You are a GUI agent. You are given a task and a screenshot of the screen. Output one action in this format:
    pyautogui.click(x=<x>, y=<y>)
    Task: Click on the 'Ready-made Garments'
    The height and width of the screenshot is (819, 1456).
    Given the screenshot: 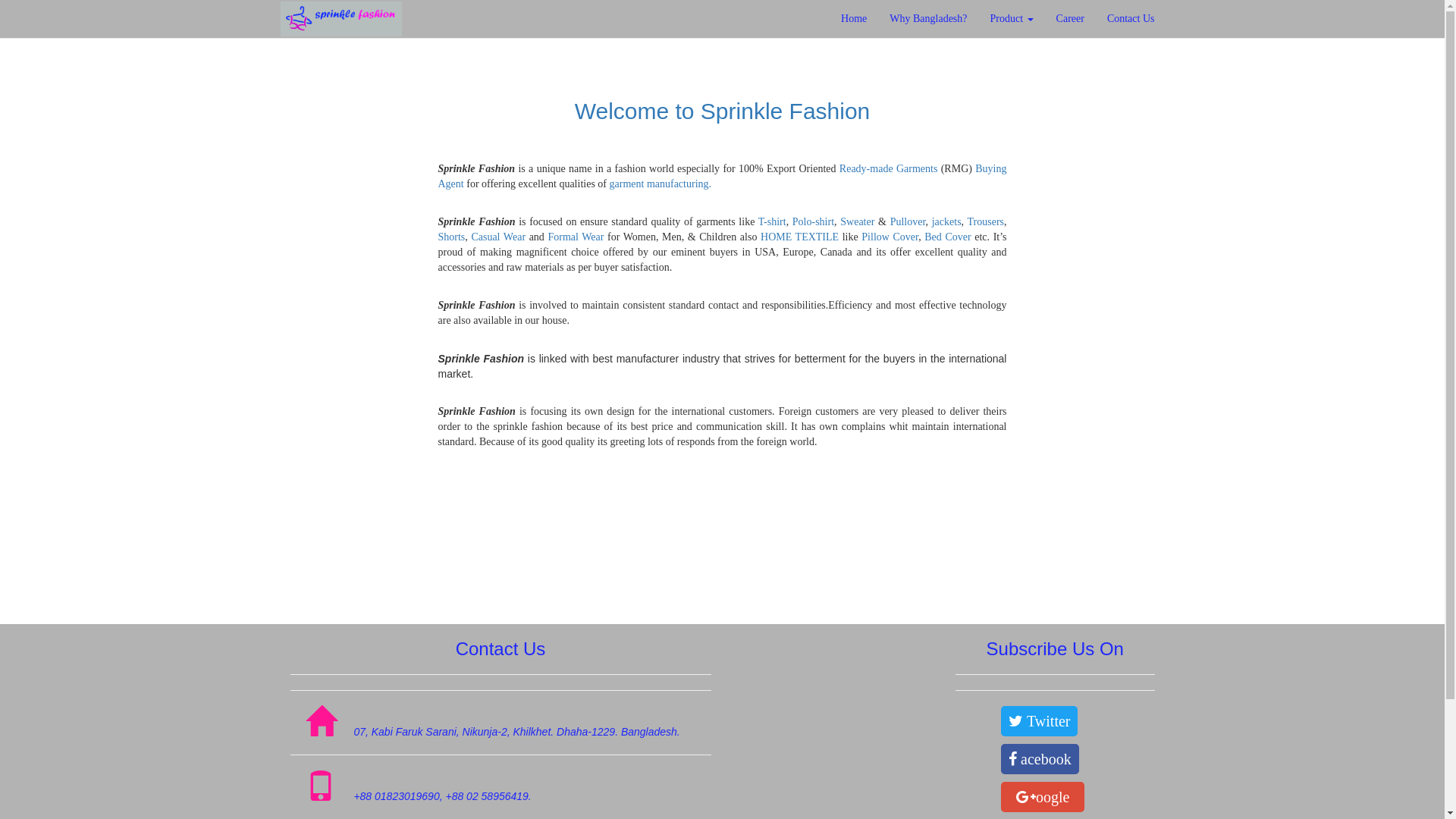 What is the action you would take?
    pyautogui.click(x=888, y=168)
    